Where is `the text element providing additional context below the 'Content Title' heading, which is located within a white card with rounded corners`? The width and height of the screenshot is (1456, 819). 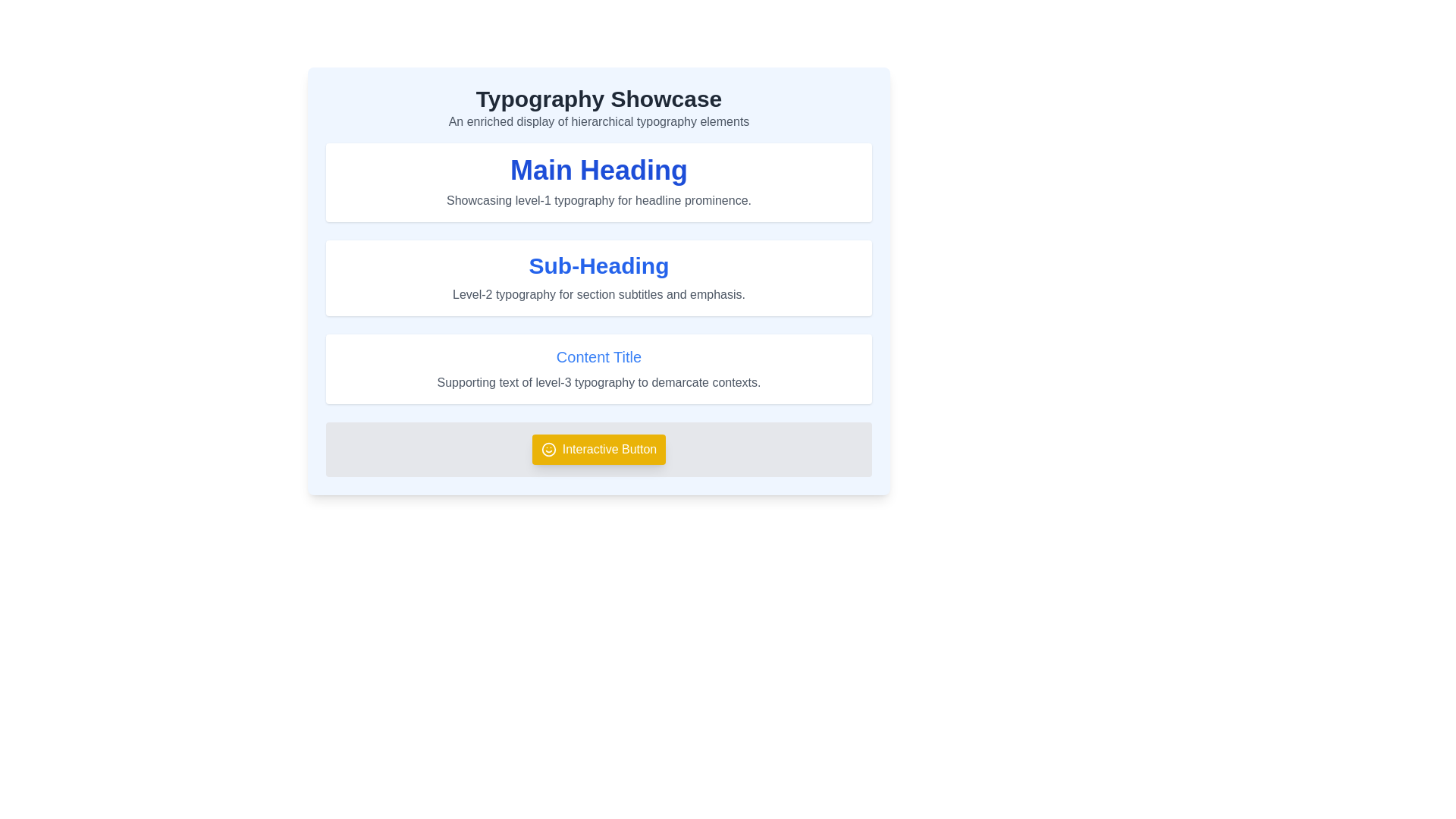 the text element providing additional context below the 'Content Title' heading, which is located within a white card with rounded corners is located at coordinates (598, 382).